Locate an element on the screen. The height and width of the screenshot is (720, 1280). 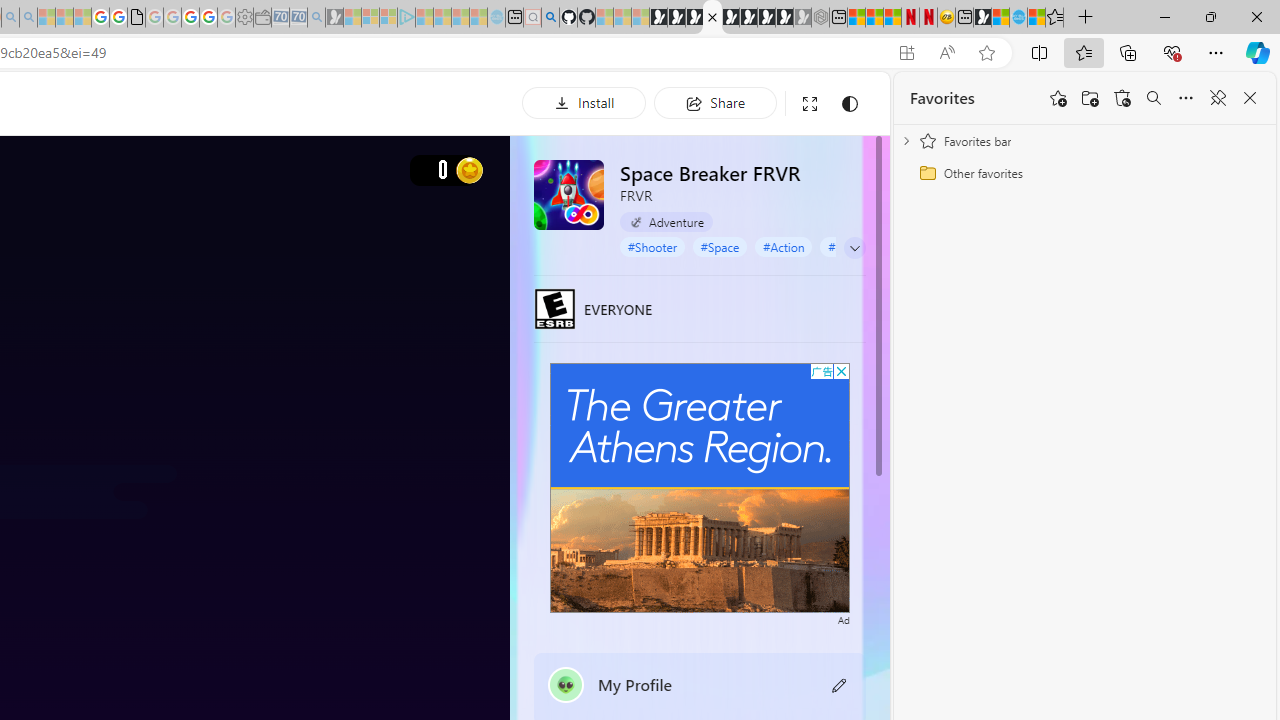
'#Shooter' is located at coordinates (652, 245).